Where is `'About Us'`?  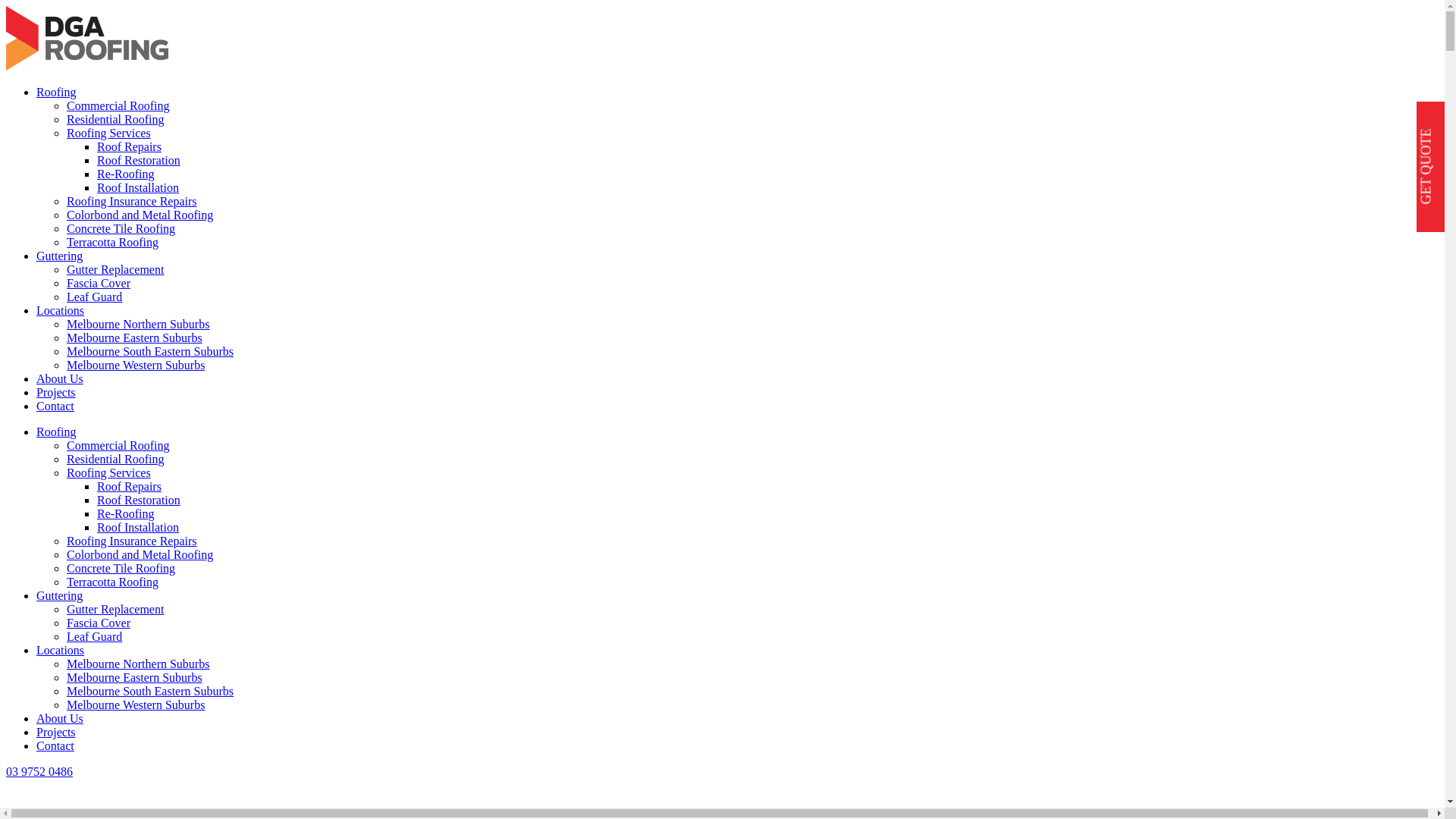
'About Us' is located at coordinates (59, 378).